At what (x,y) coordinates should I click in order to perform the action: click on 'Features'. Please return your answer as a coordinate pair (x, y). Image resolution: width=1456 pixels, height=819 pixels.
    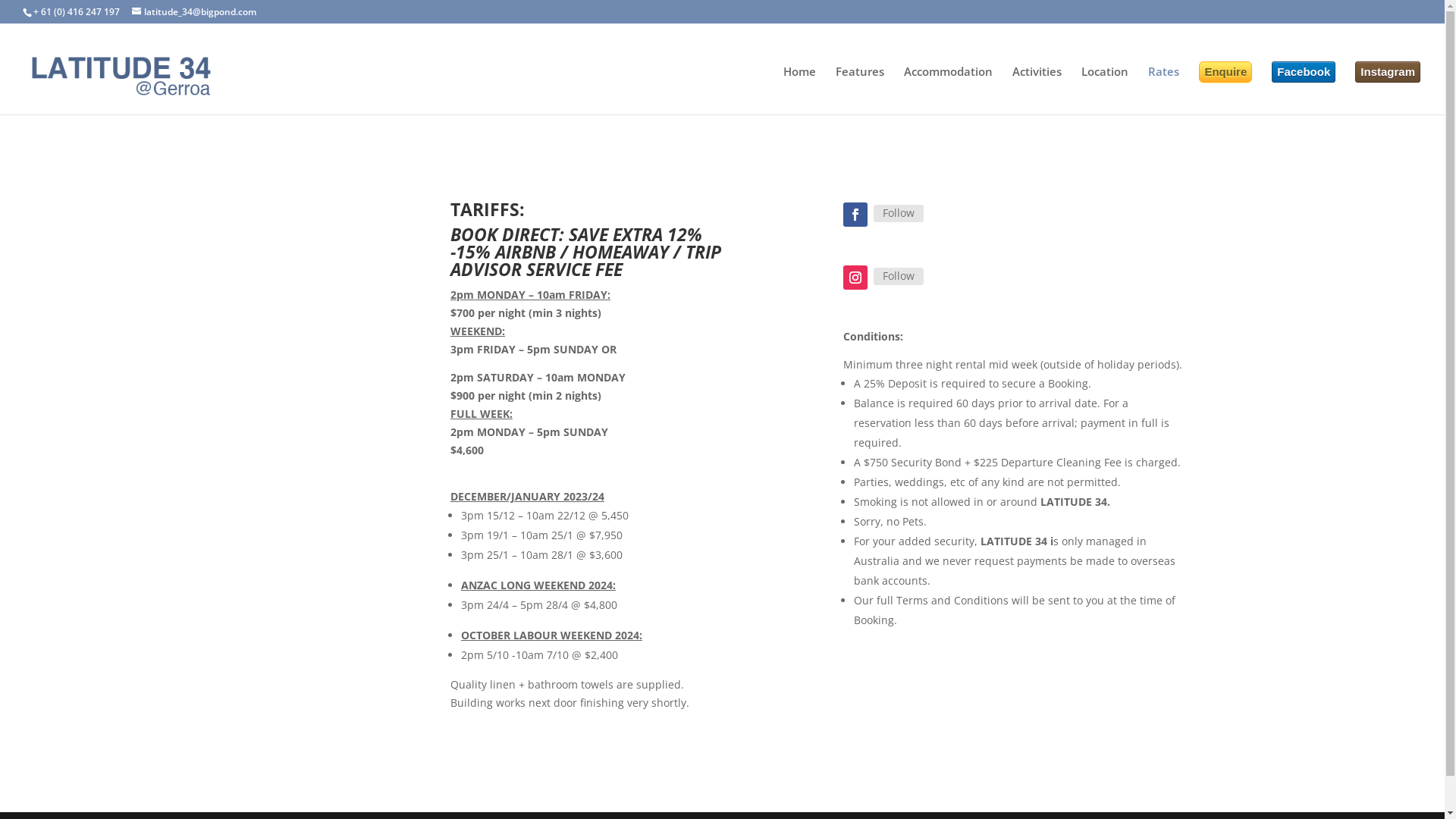
    Looking at the image, I should click on (859, 90).